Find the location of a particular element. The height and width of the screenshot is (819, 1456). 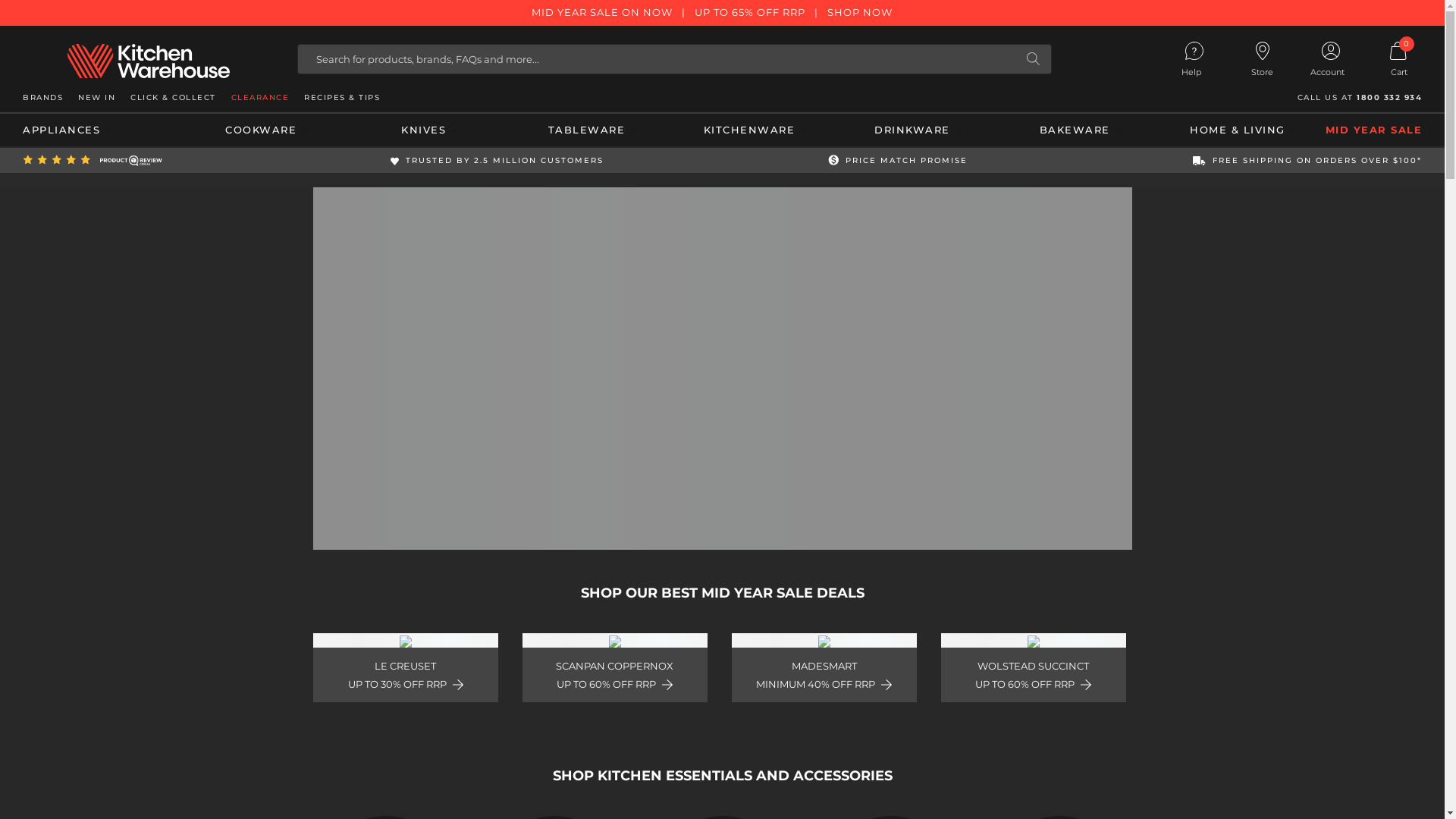

'Account is located at coordinates (1330, 61).